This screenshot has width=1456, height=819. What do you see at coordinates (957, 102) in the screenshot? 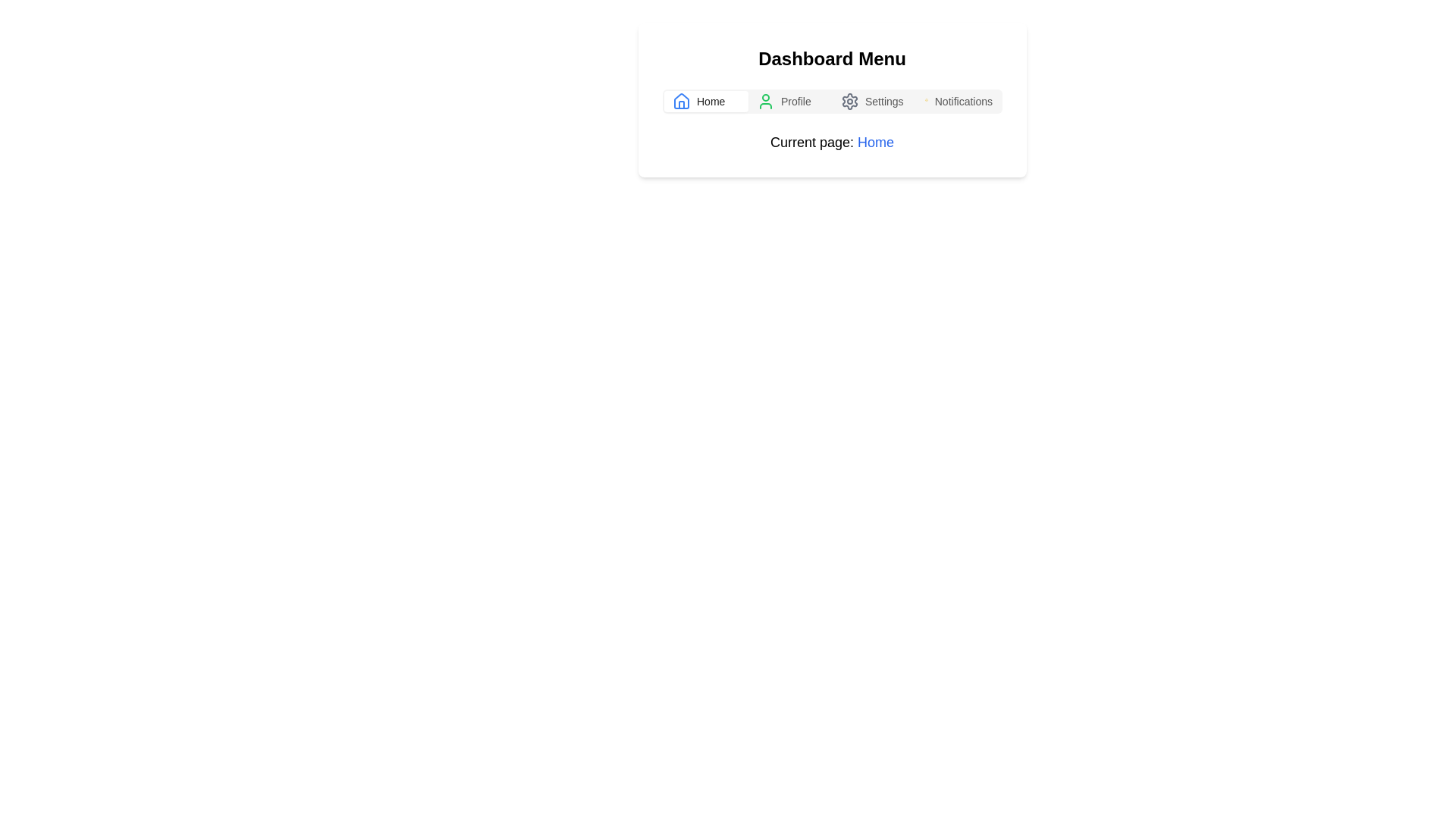
I see `the 'Notifications' tab, which is the fourth tab from the left in the horizontal navigation bar` at bounding box center [957, 102].